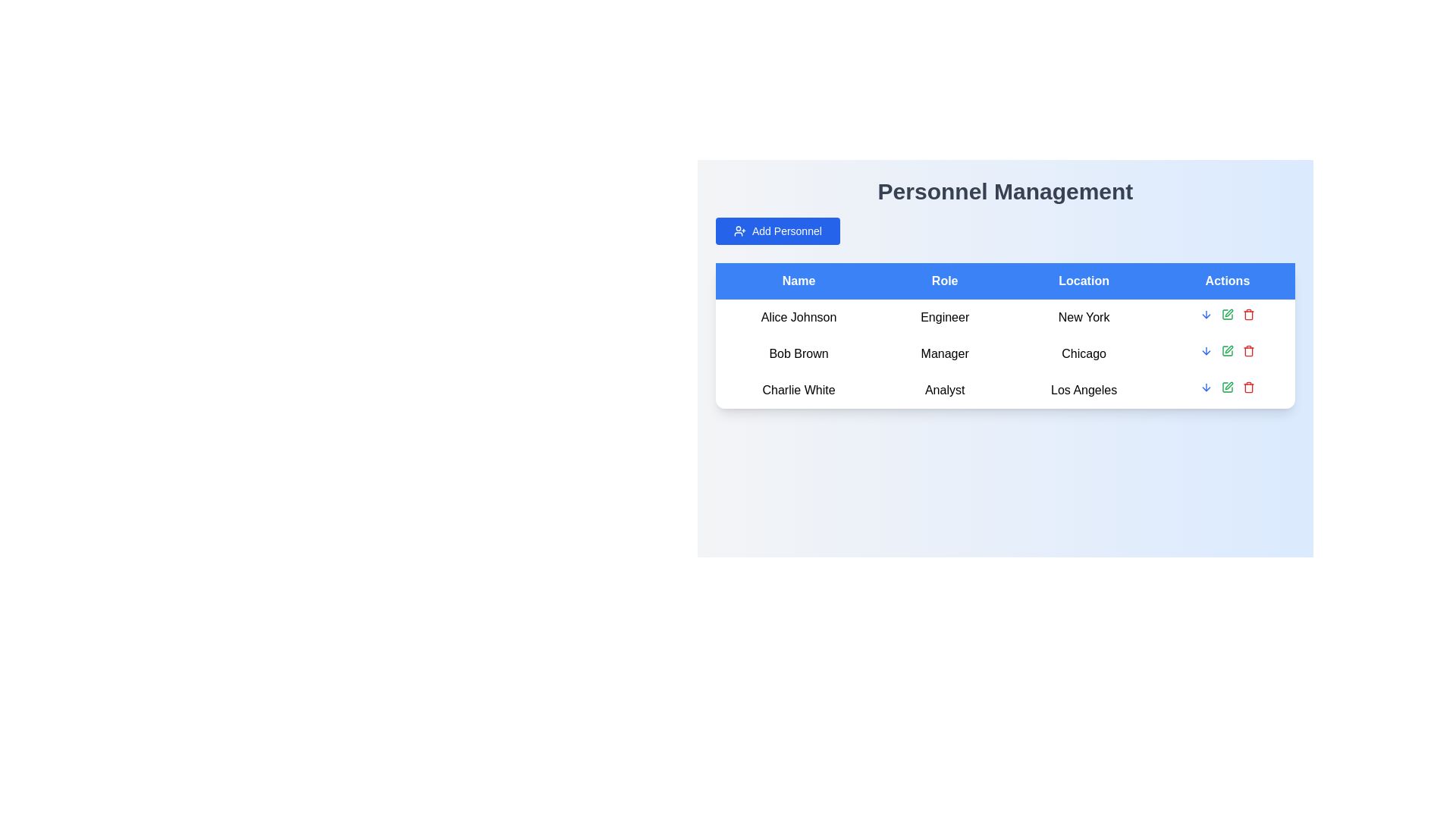  What do you see at coordinates (1005, 353) in the screenshot?
I see `the second row of the personnel table that displays information about 'Bob Brown', including his role as 'Manager' and location in 'Chicago'` at bounding box center [1005, 353].